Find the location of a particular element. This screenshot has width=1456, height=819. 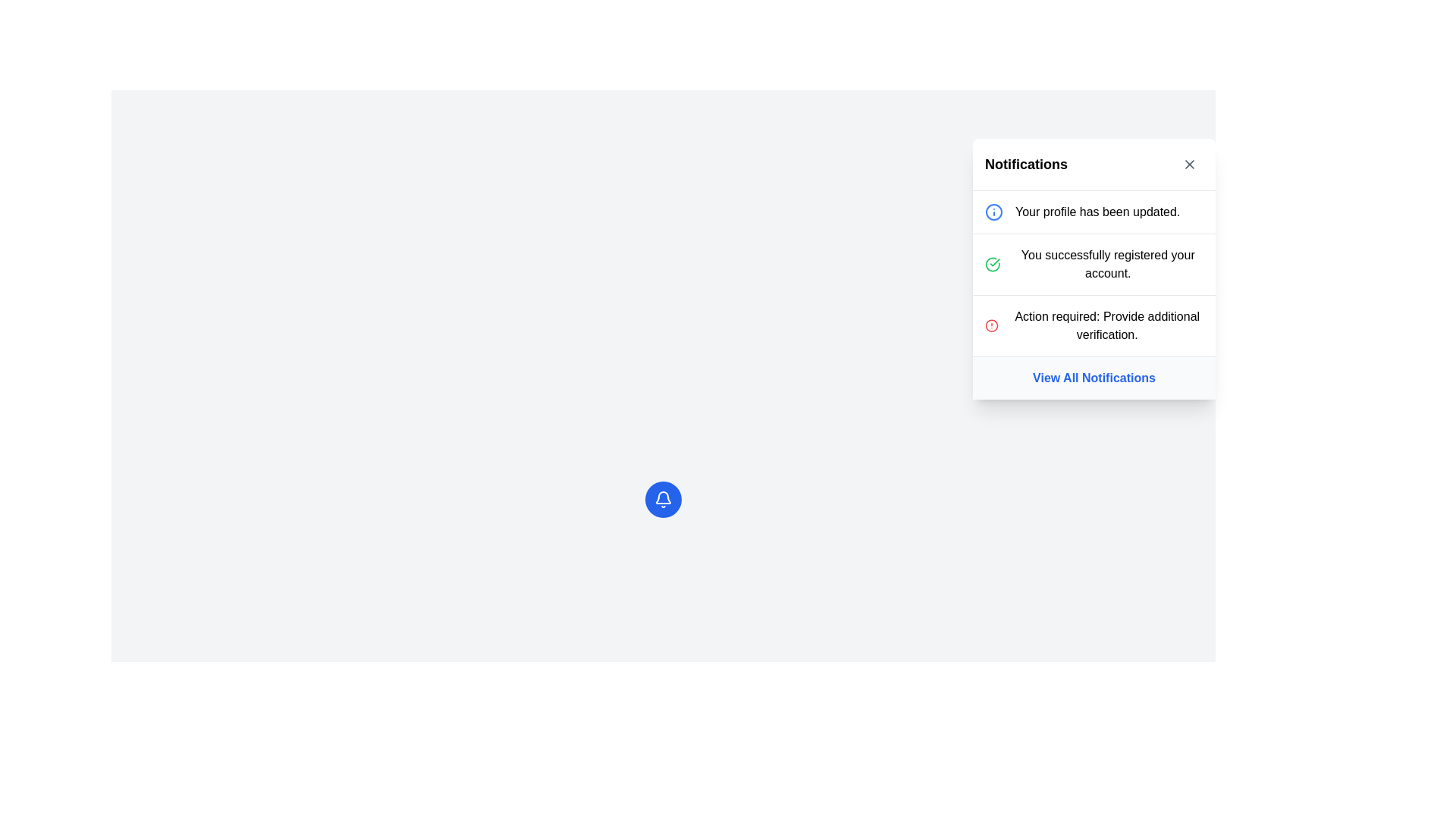

an individual notification in the notification group located below the 'Notifications' title and above the 'View All Notifications' link is located at coordinates (1094, 274).